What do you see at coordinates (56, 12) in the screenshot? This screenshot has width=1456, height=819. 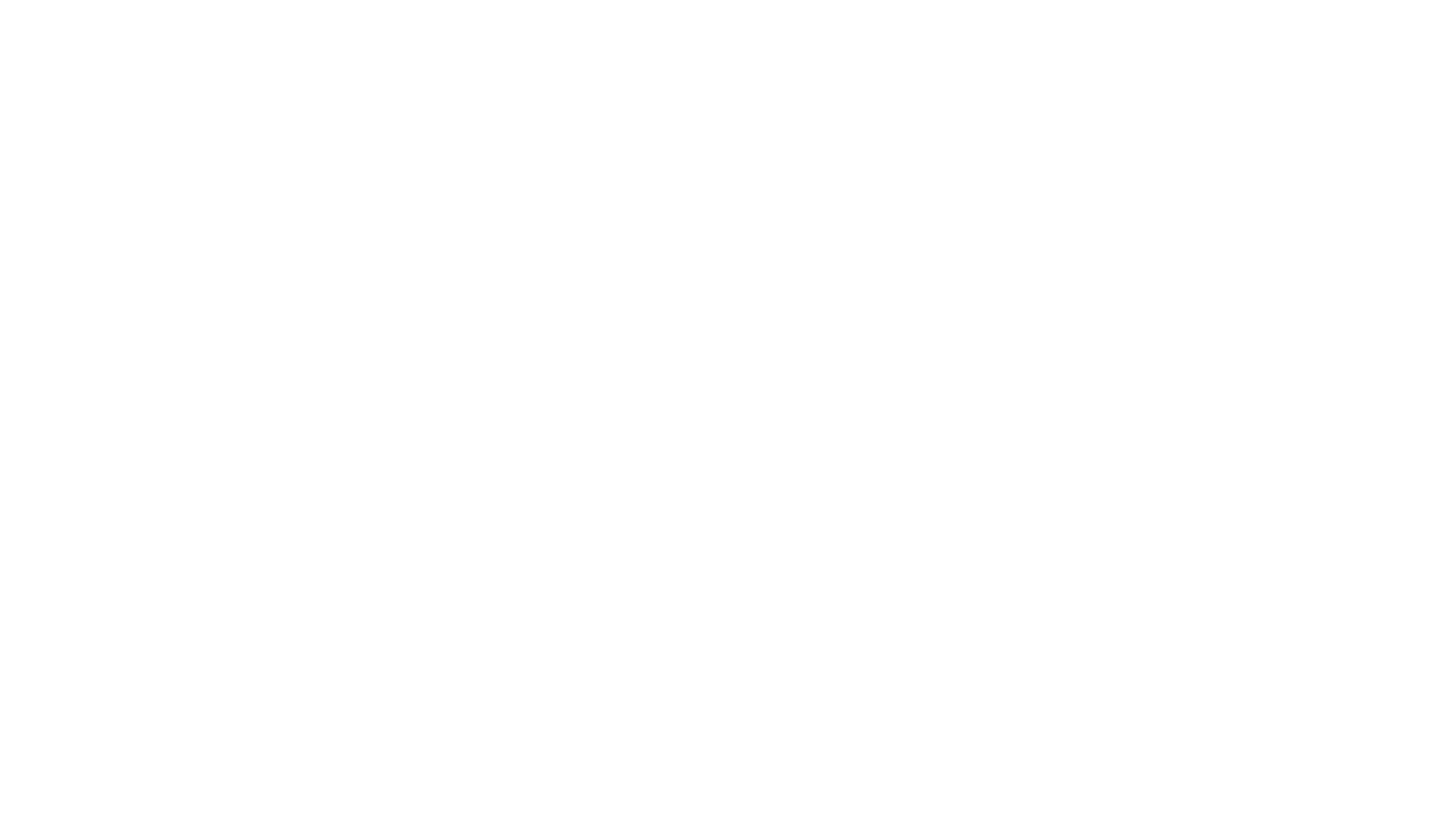 I see `'Skip to main content'` at bounding box center [56, 12].